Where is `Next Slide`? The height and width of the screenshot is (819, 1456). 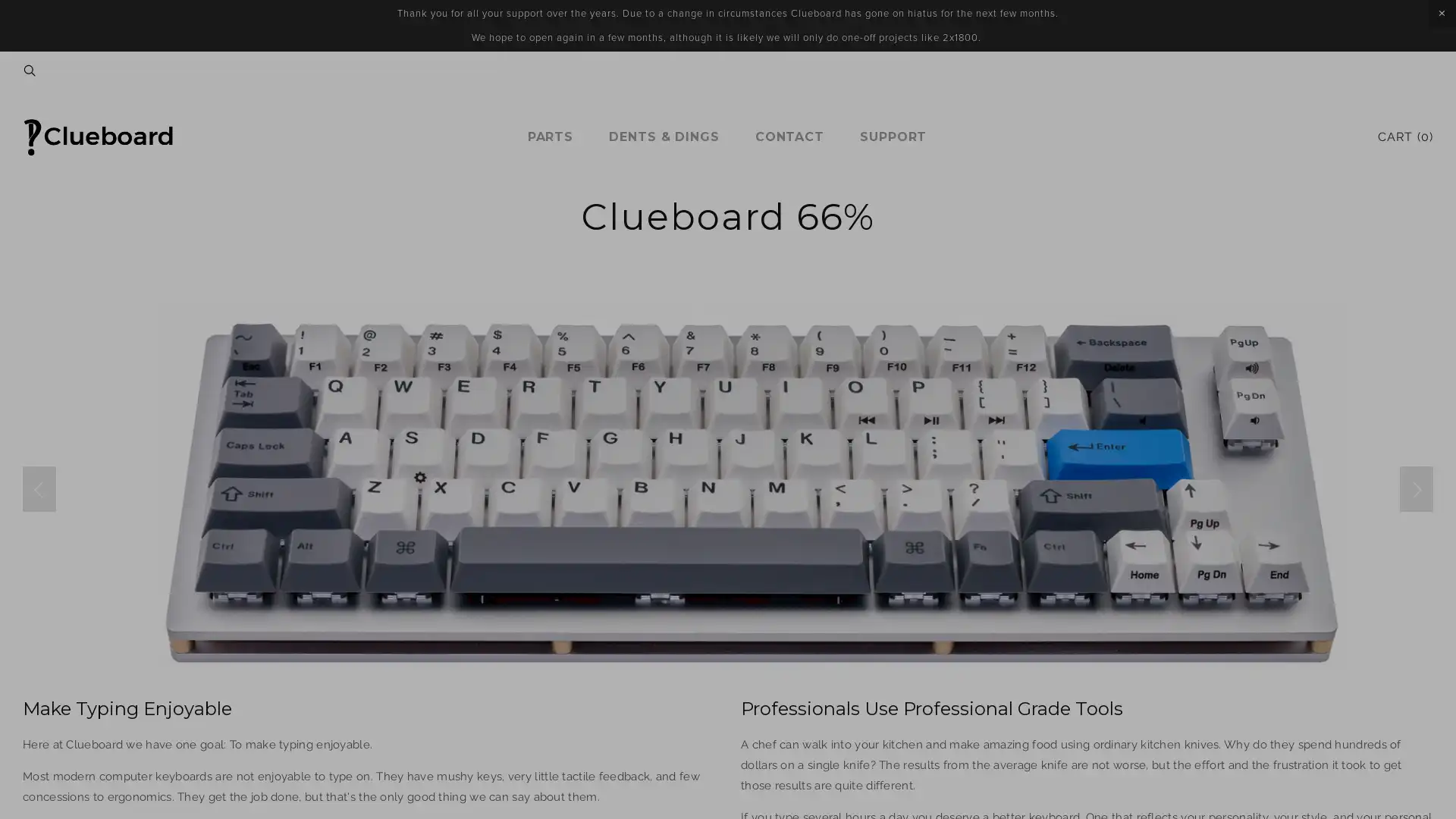 Next Slide is located at coordinates (1415, 488).